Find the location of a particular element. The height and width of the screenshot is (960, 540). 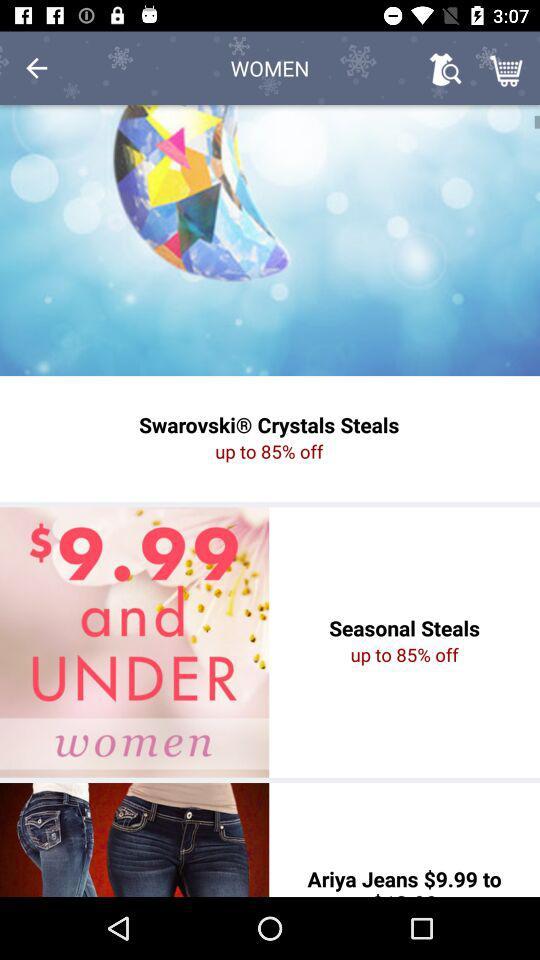

the item next to women icon is located at coordinates (445, 68).